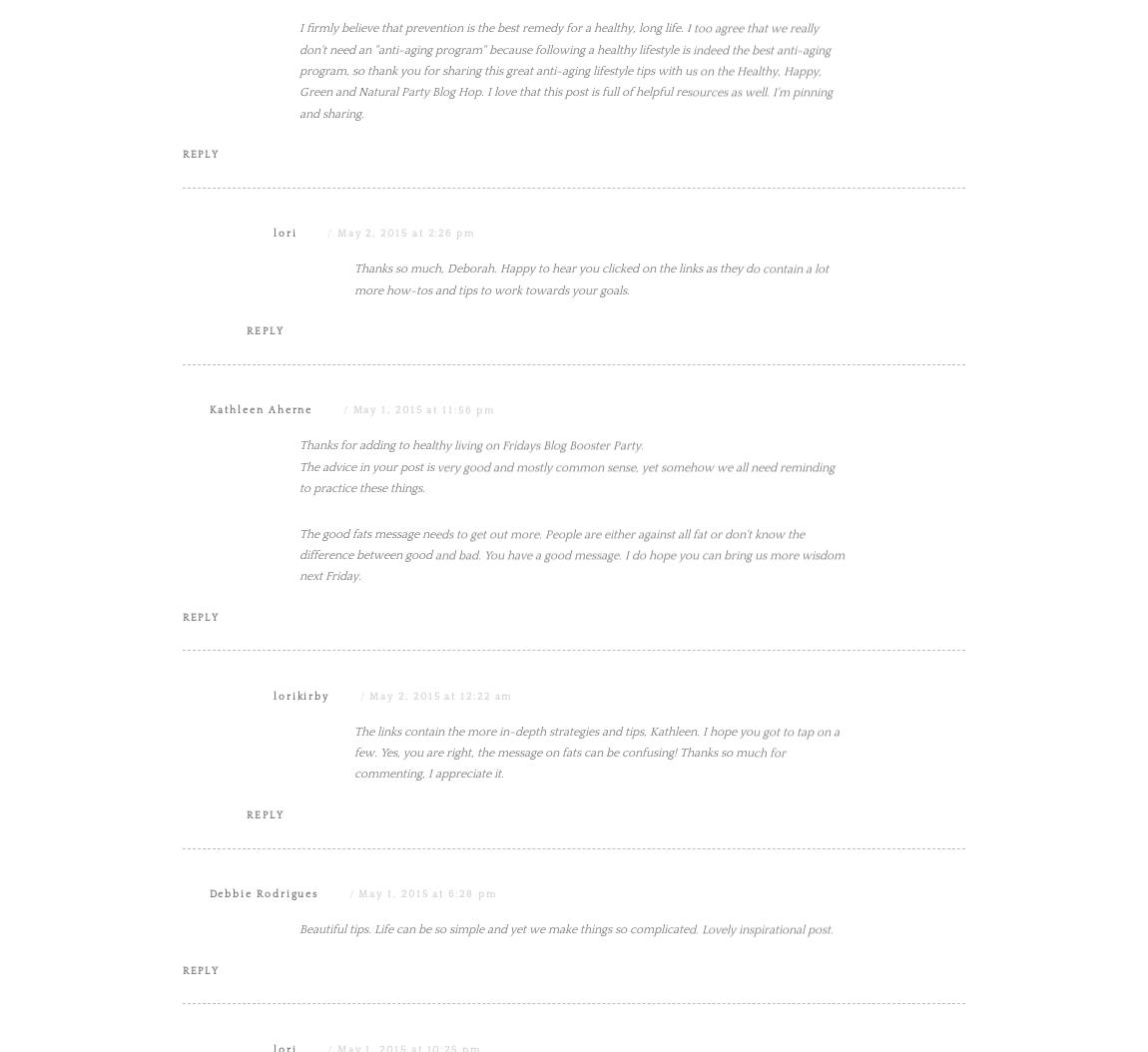 The height and width of the screenshot is (1052, 1148). I want to click on 'May 2, 2015 at 2:34 am', so click(406, 193).